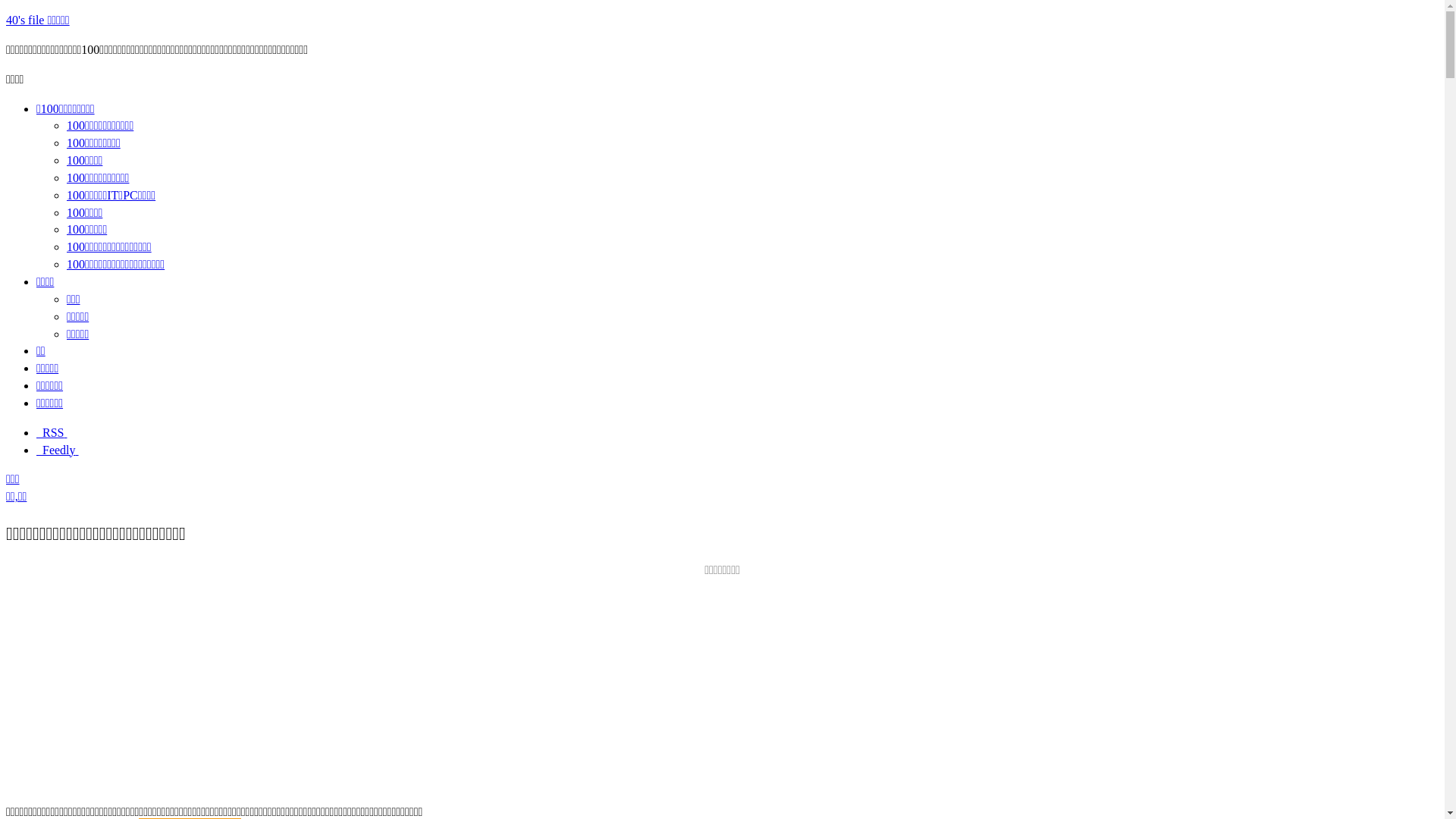 The width and height of the screenshot is (1456, 819). What do you see at coordinates (51, 432) in the screenshot?
I see `'  RSS '` at bounding box center [51, 432].